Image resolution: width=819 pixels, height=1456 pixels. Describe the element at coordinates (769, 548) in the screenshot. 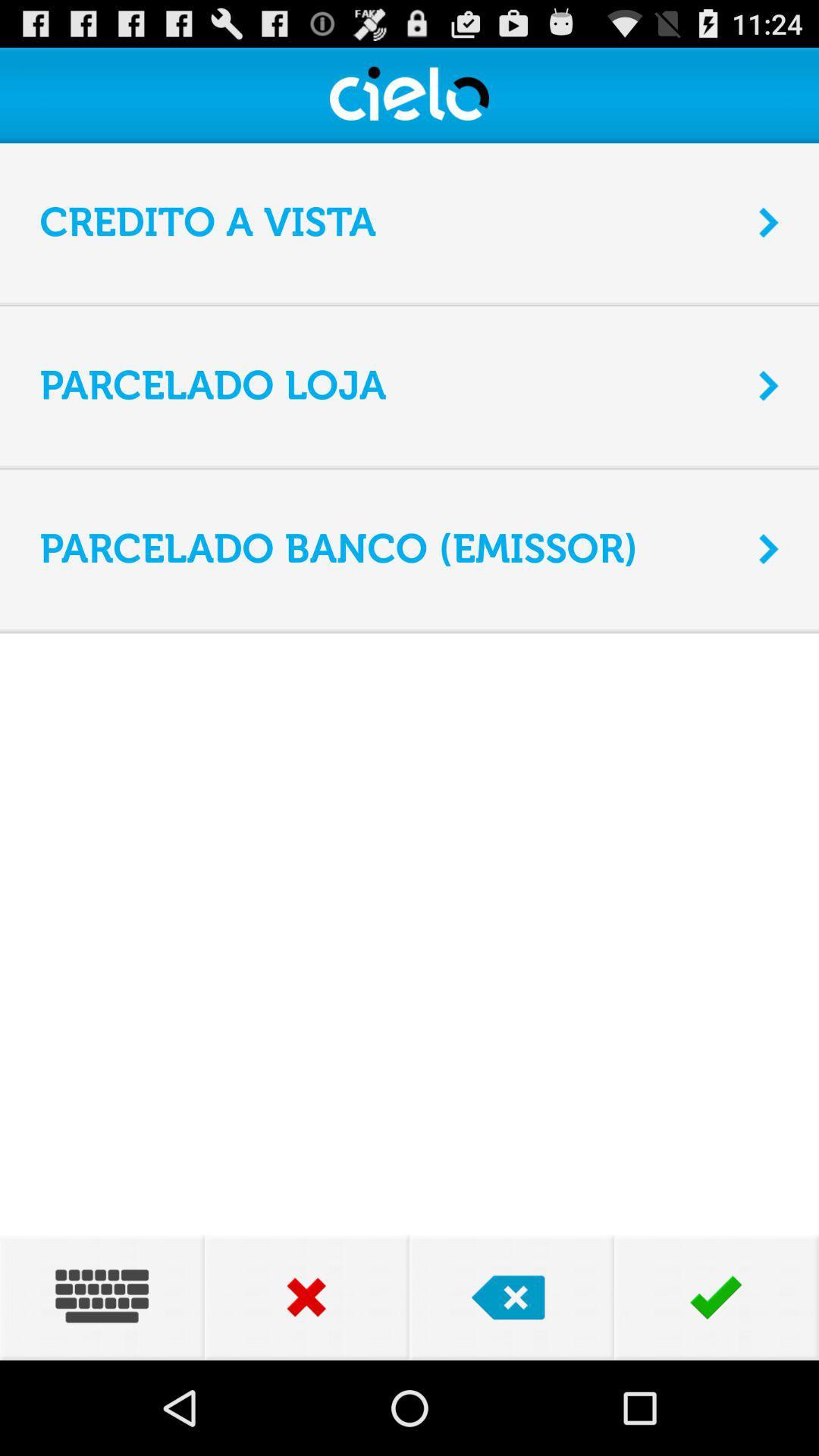

I see `item next to parcelado banco (emissor)` at that location.